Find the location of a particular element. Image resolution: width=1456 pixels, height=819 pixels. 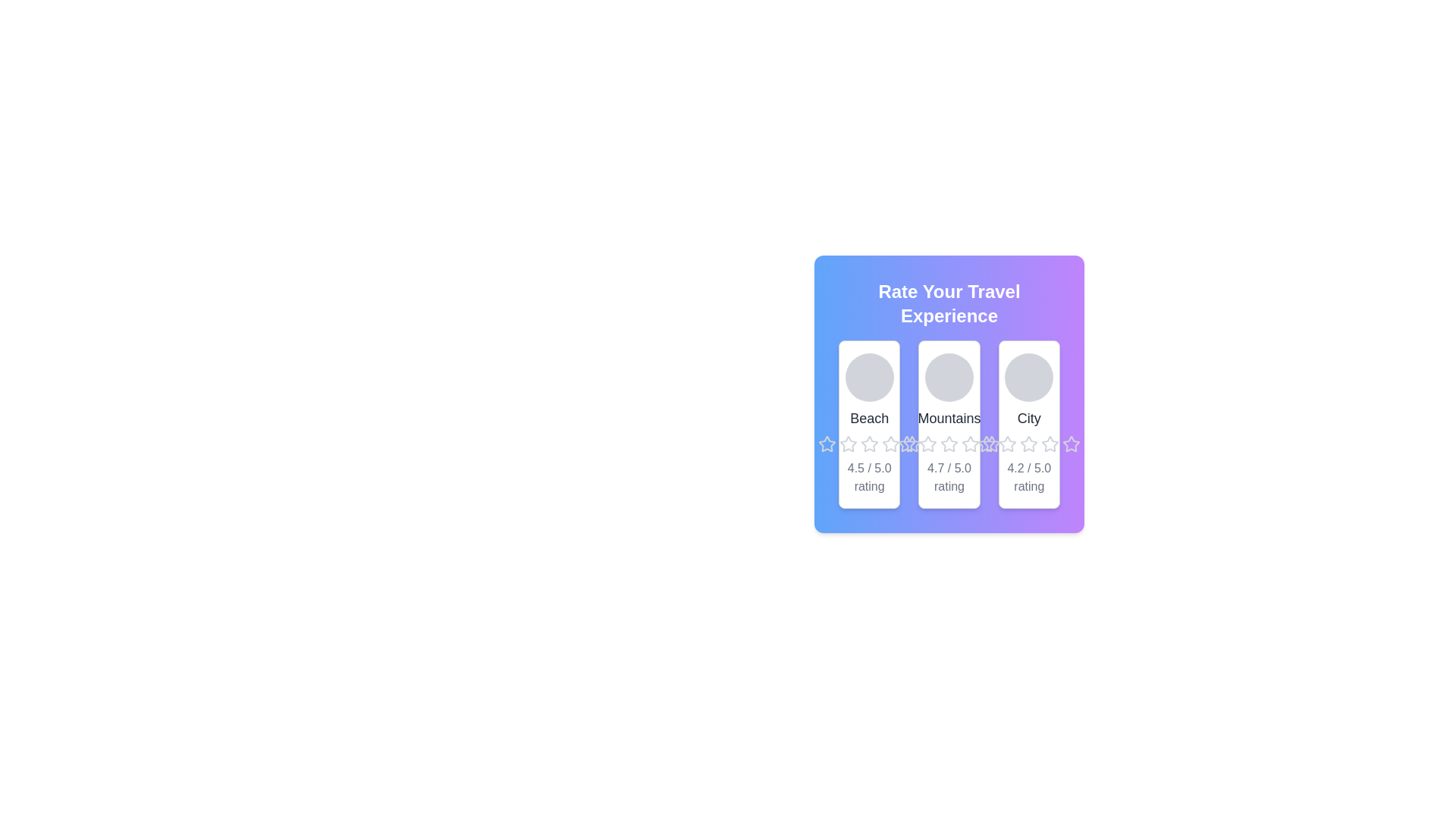

on the fourth star icon in the rating system under the 'Mountains' section is located at coordinates (948, 444).